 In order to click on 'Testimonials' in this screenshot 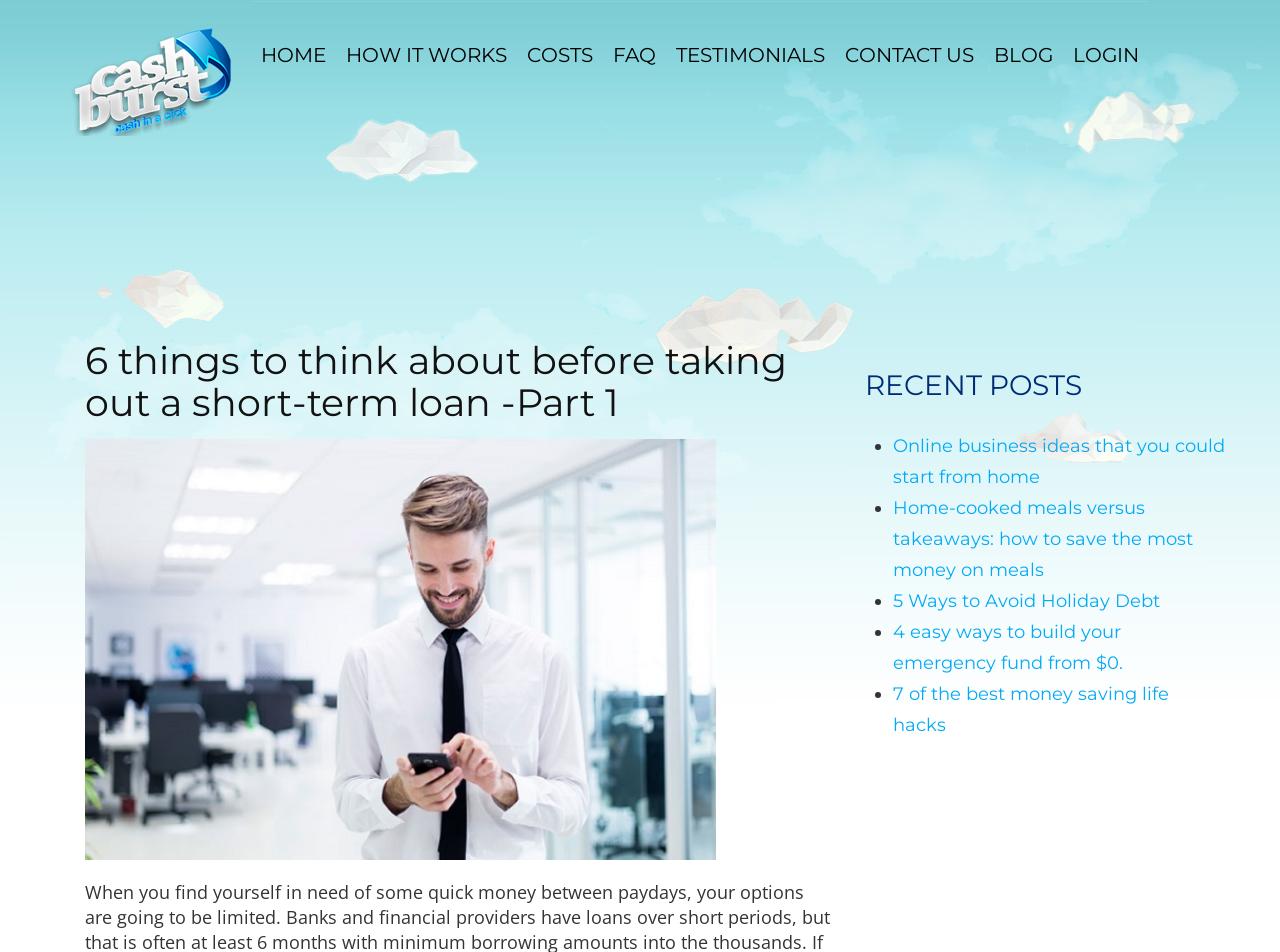, I will do `click(749, 55)`.